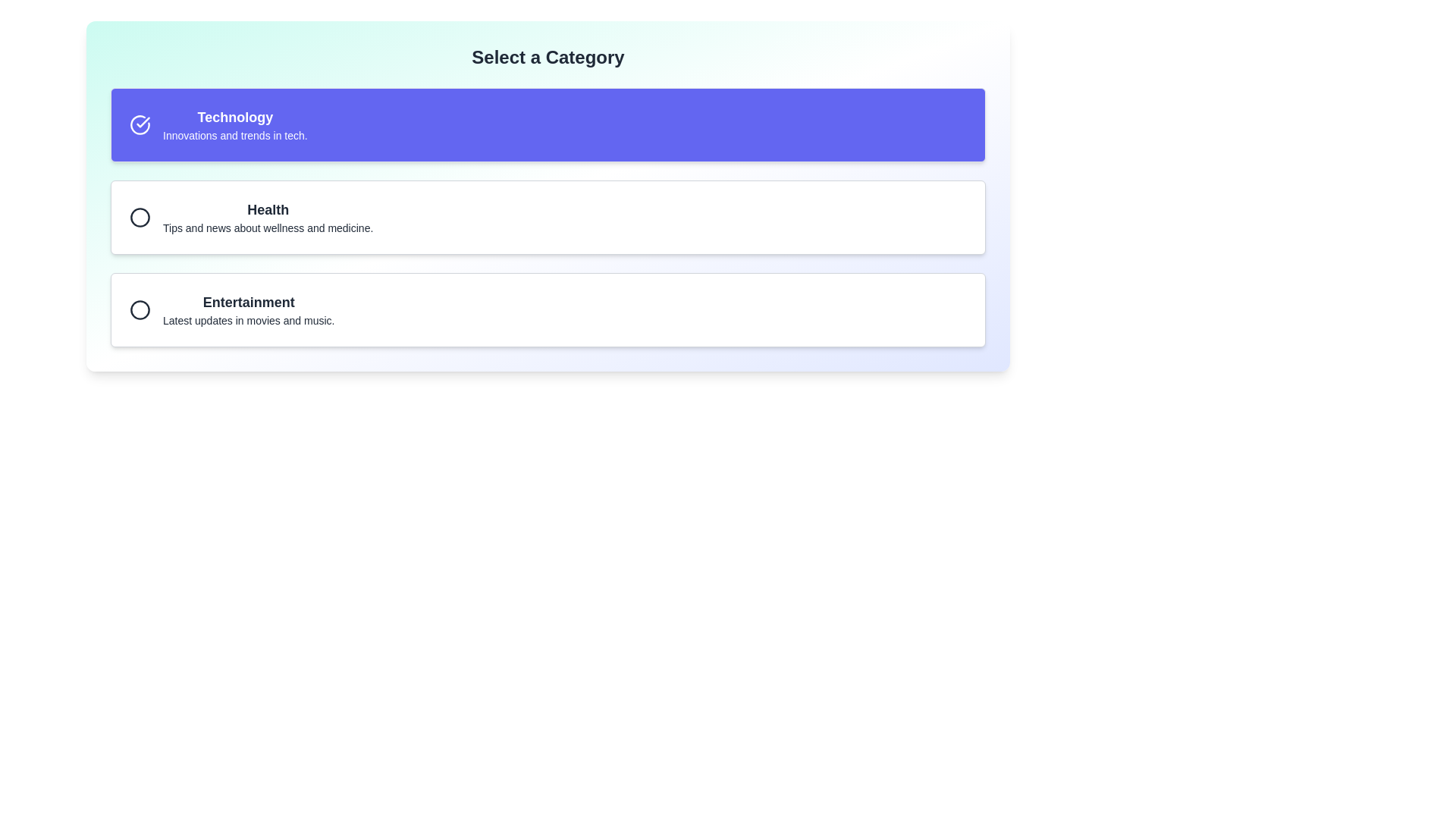  I want to click on the circular indicator icon that indicates the selection status of the 'Health' category, so click(140, 217).